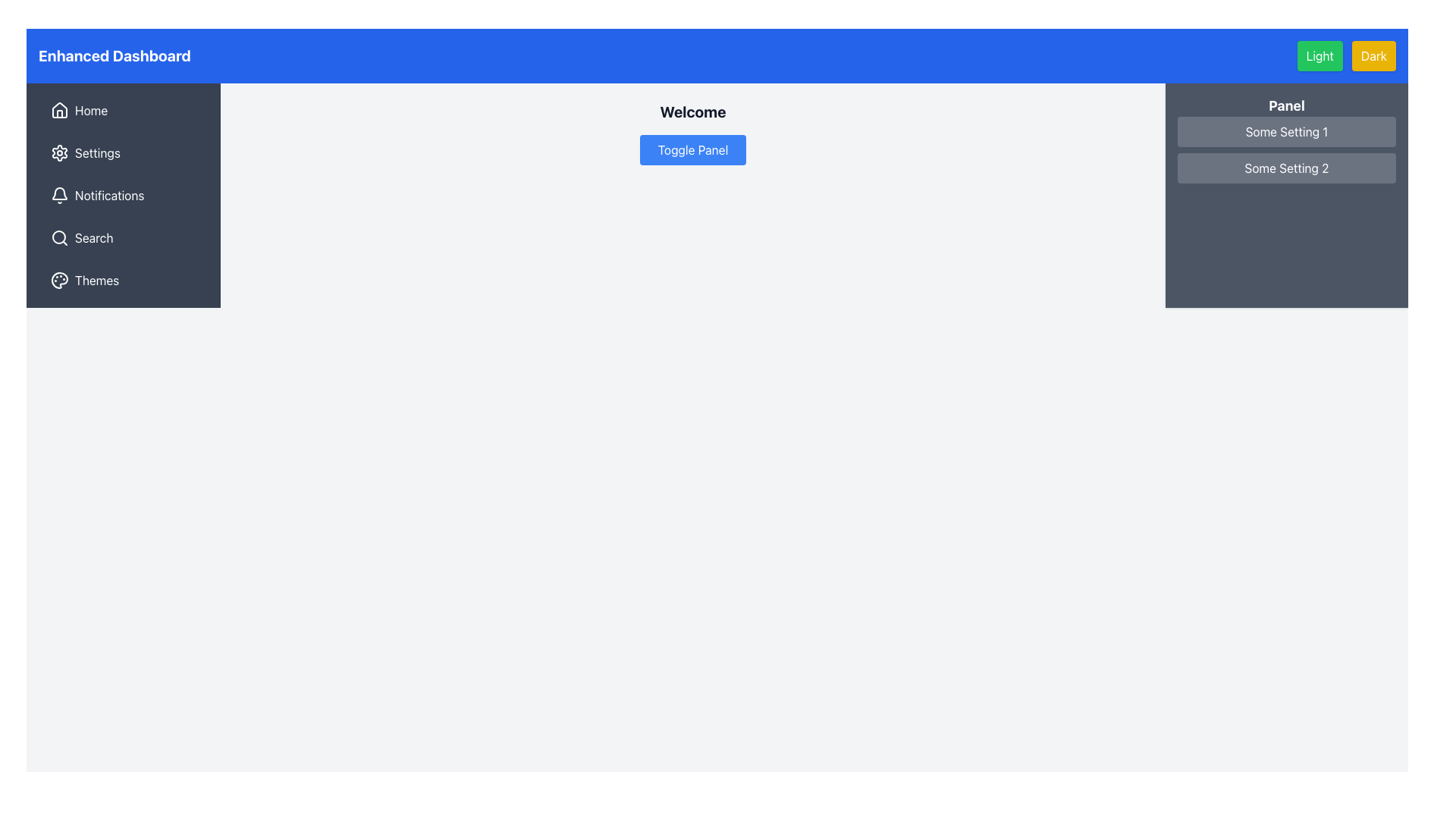  I want to click on the text label displaying 'Panel' in bold white font on a dark gray background, located at the top right of the interface, so click(1286, 105).